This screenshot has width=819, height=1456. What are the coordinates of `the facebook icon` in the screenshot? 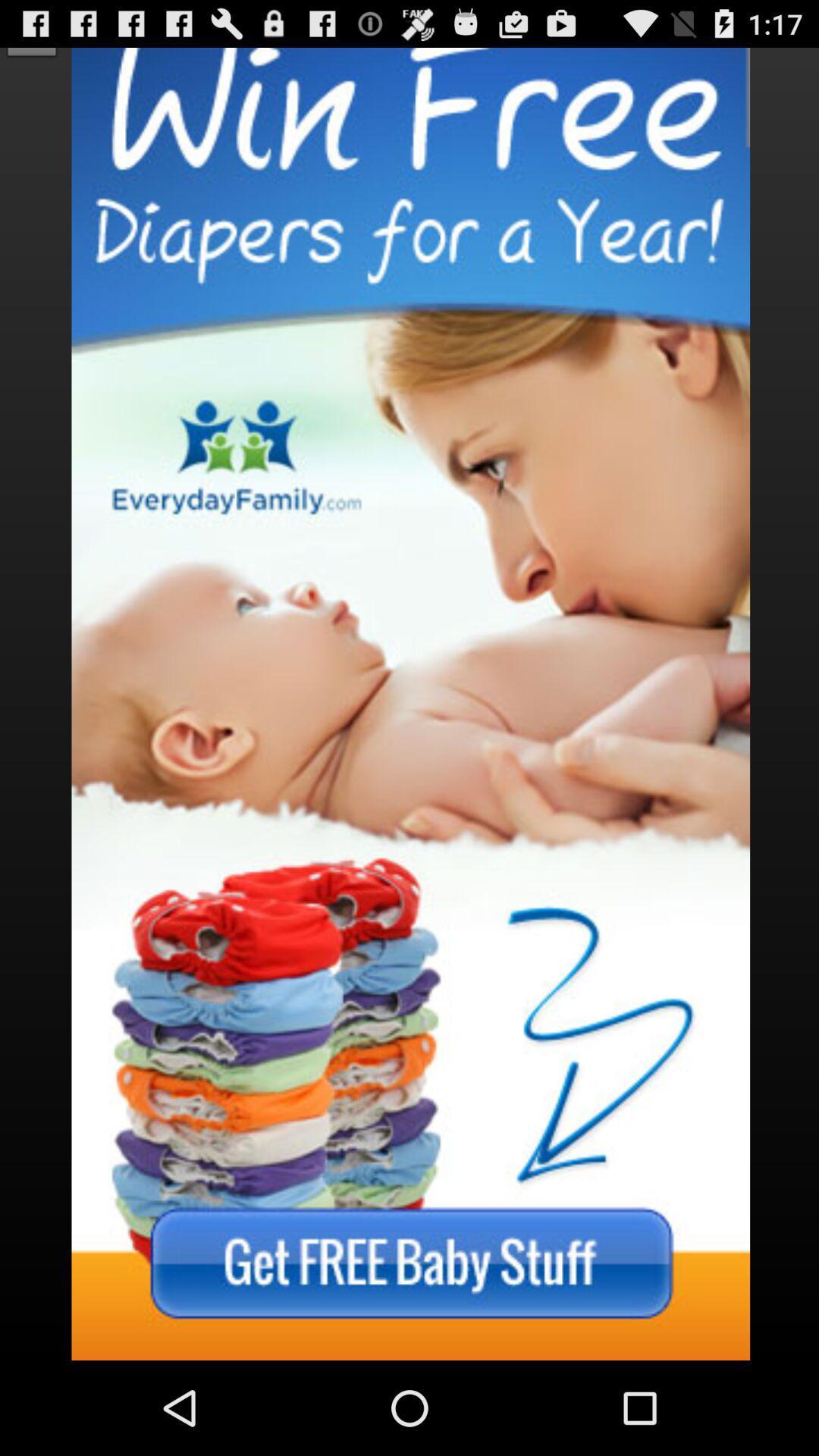 It's located at (32, 33).